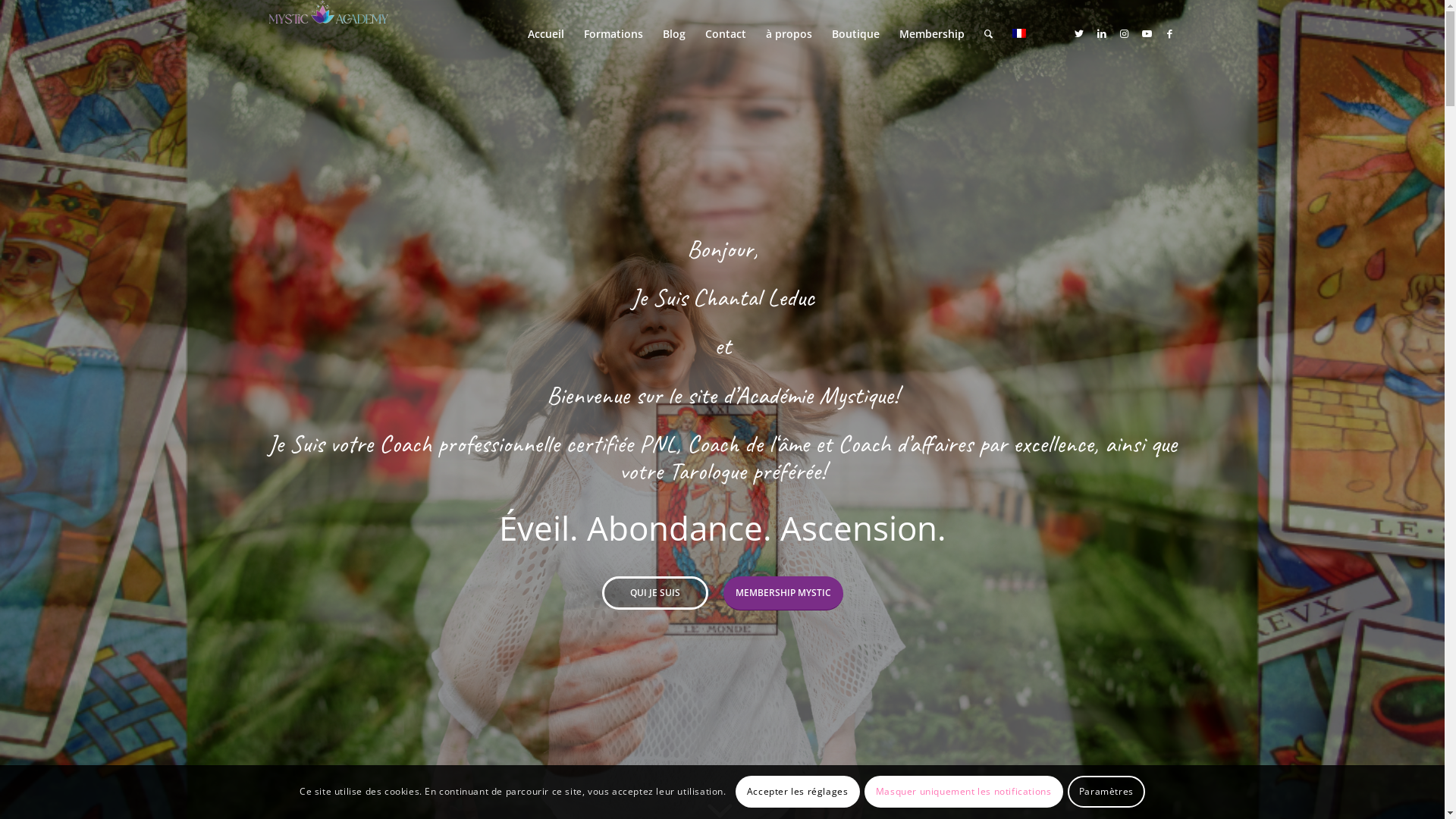  Describe the element at coordinates (1102, 33) in the screenshot. I see `'LinkedIn'` at that location.